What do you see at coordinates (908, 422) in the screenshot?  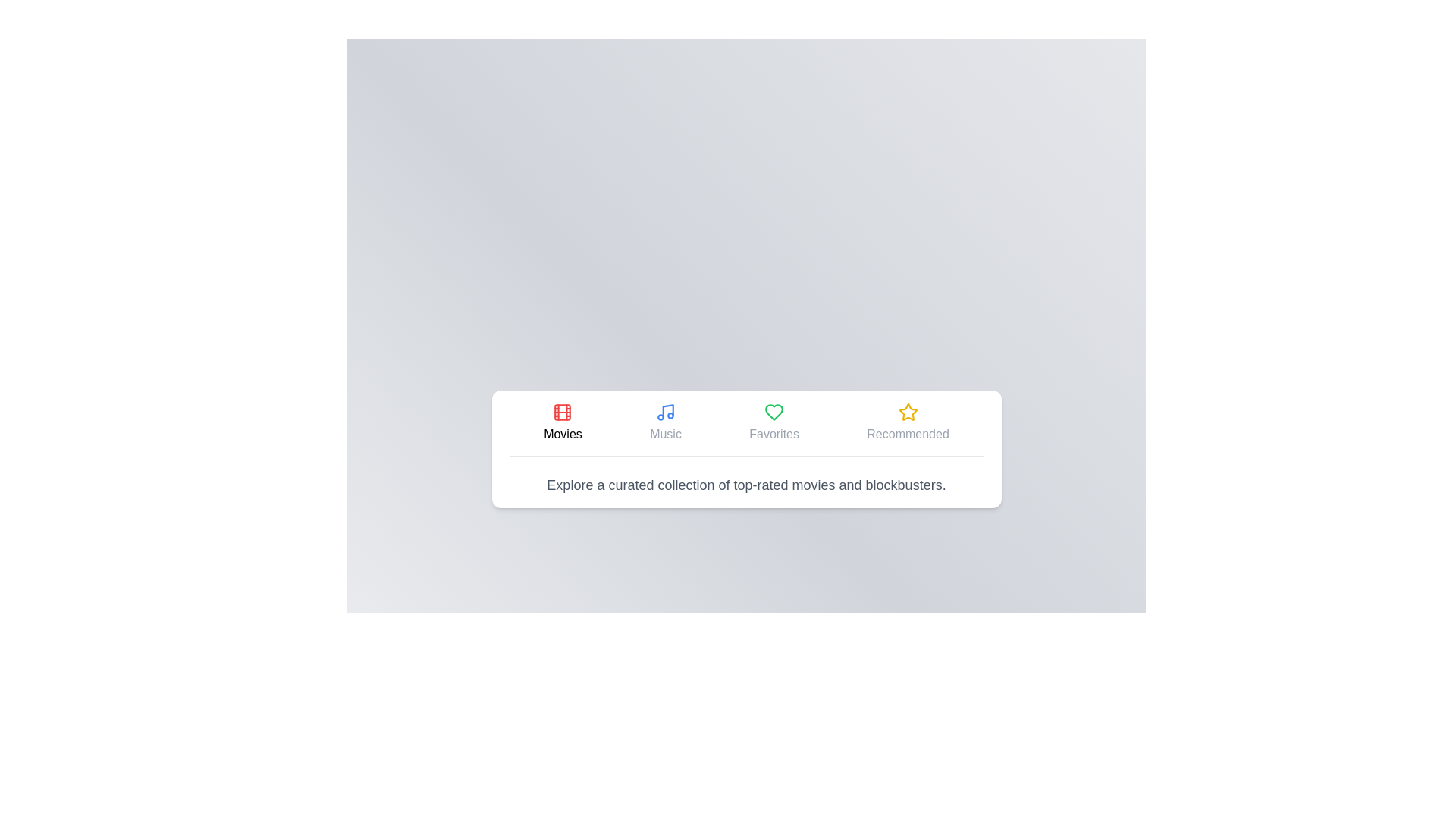 I see `the Recommended tab to observe style changes` at bounding box center [908, 422].